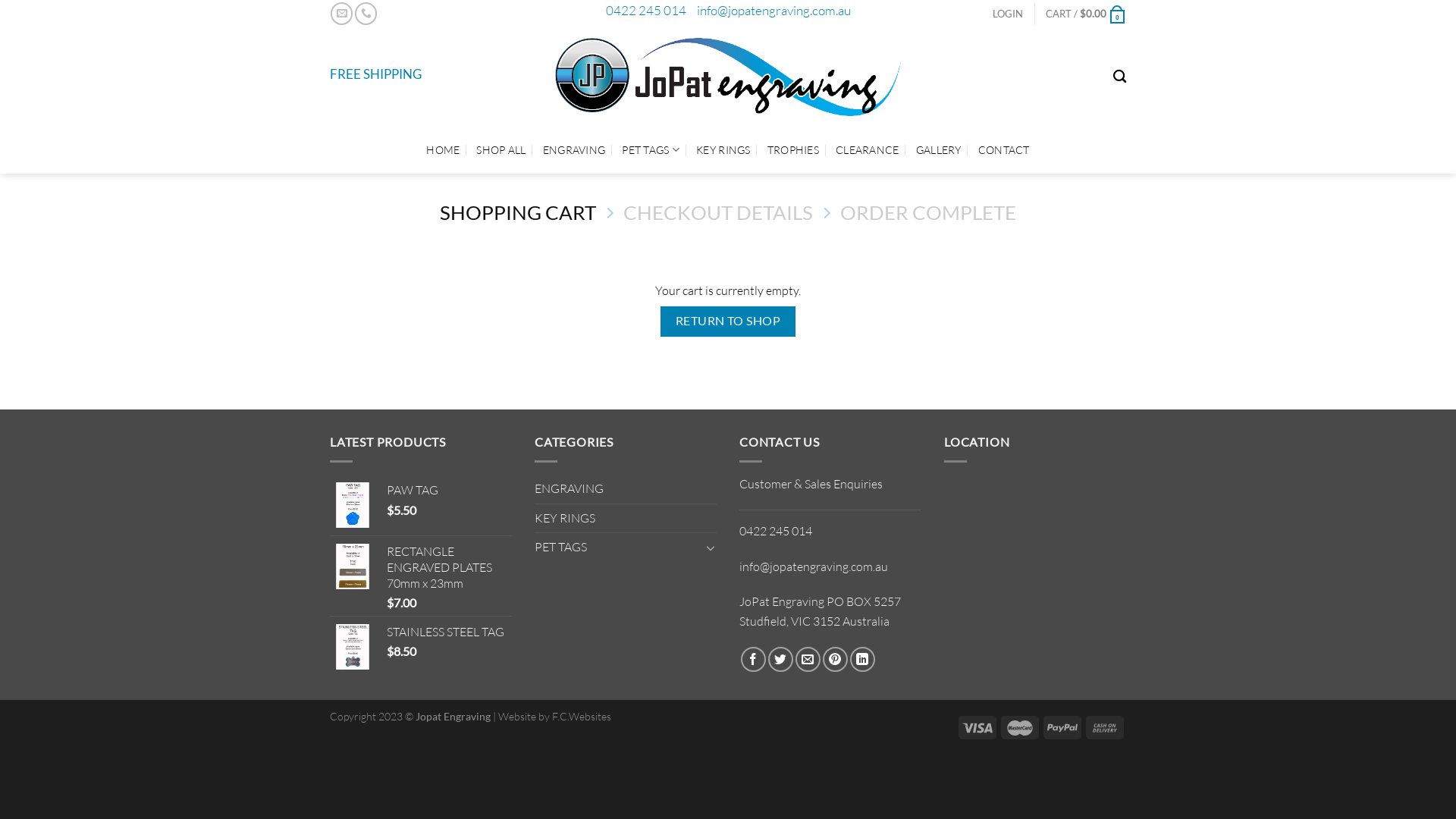  Describe the element at coordinates (340, 13) in the screenshot. I see `'Send us an email'` at that location.